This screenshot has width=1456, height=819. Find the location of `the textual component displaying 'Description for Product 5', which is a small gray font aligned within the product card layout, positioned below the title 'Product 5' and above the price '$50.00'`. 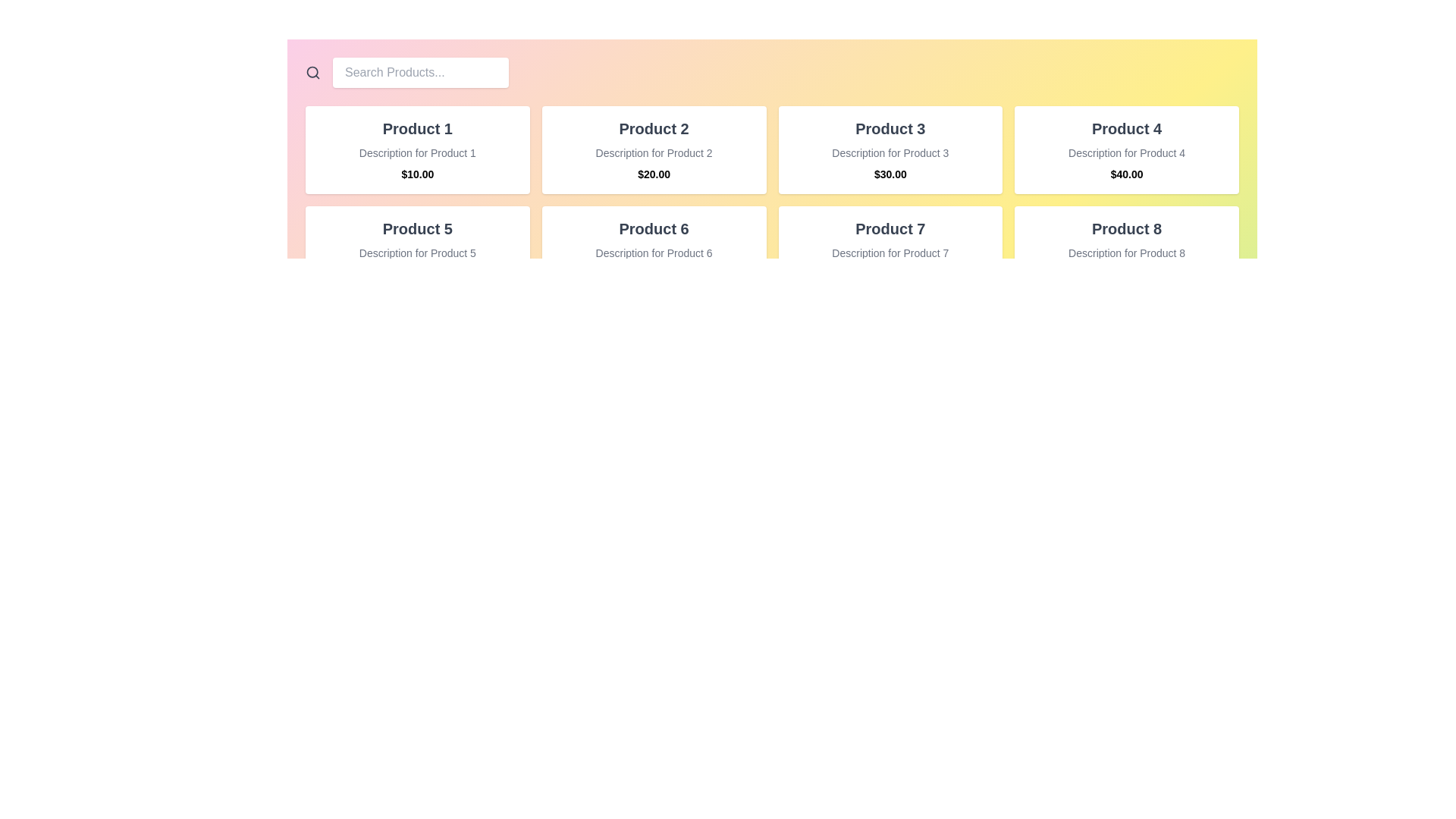

the textual component displaying 'Description for Product 5', which is a small gray font aligned within the product card layout, positioned below the title 'Product 5' and above the price '$50.00' is located at coordinates (417, 253).